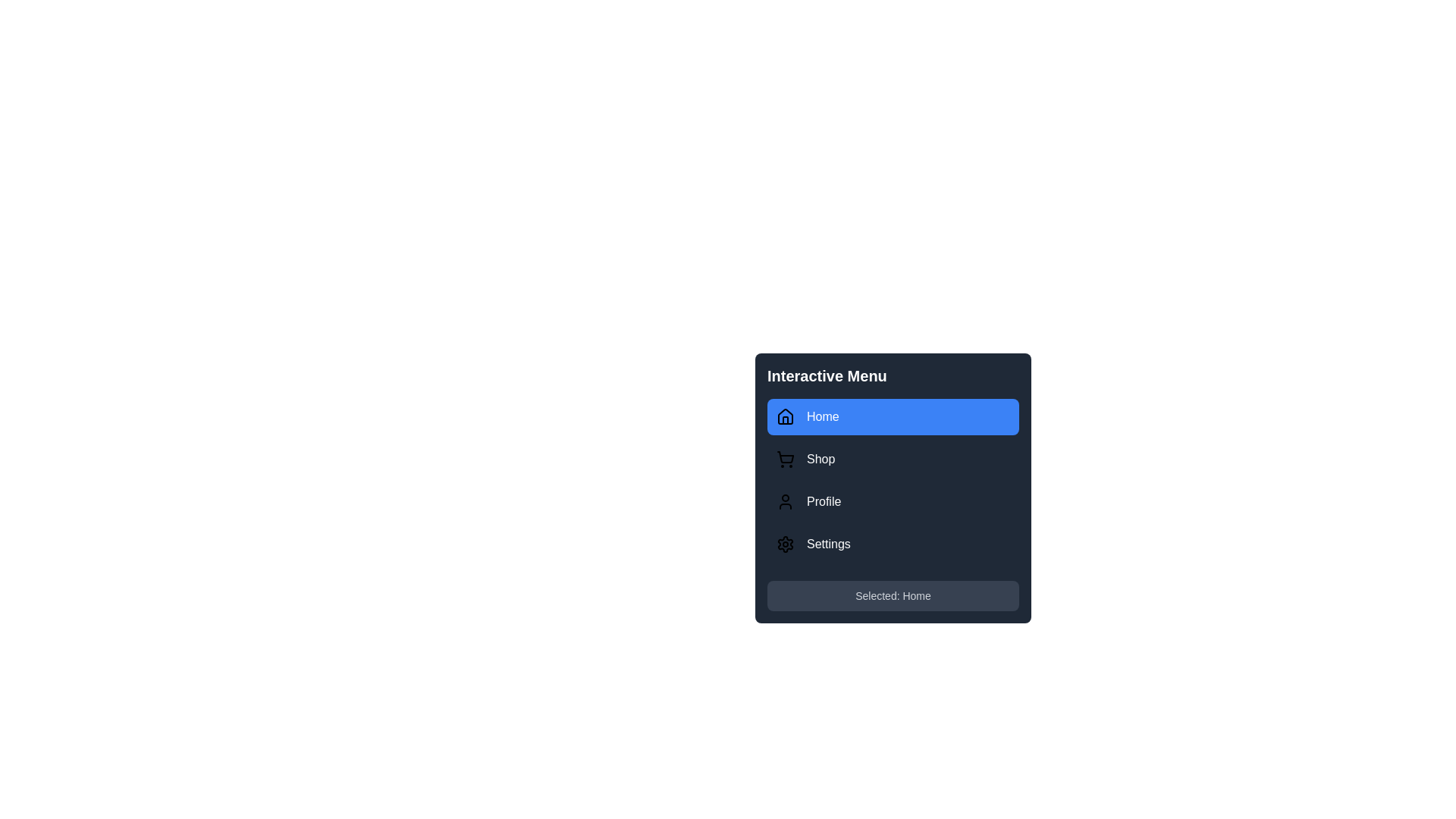 The height and width of the screenshot is (819, 1456). What do you see at coordinates (786, 420) in the screenshot?
I see `the door area of the house icon in the 'Home' option of the interactive menu, which is represented by a vertical rectangle in stroke-style graphic` at bounding box center [786, 420].